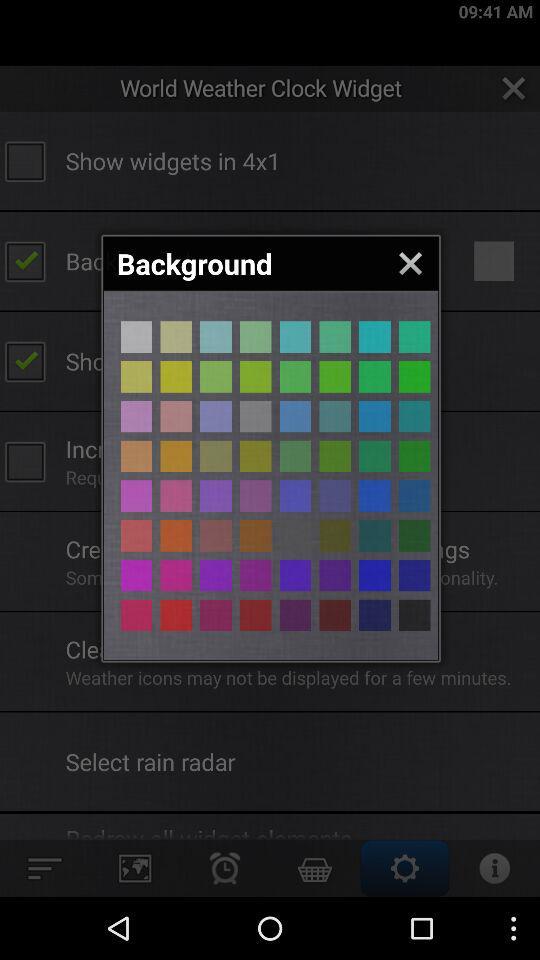  What do you see at coordinates (215, 337) in the screenshot?
I see `color of the button` at bounding box center [215, 337].